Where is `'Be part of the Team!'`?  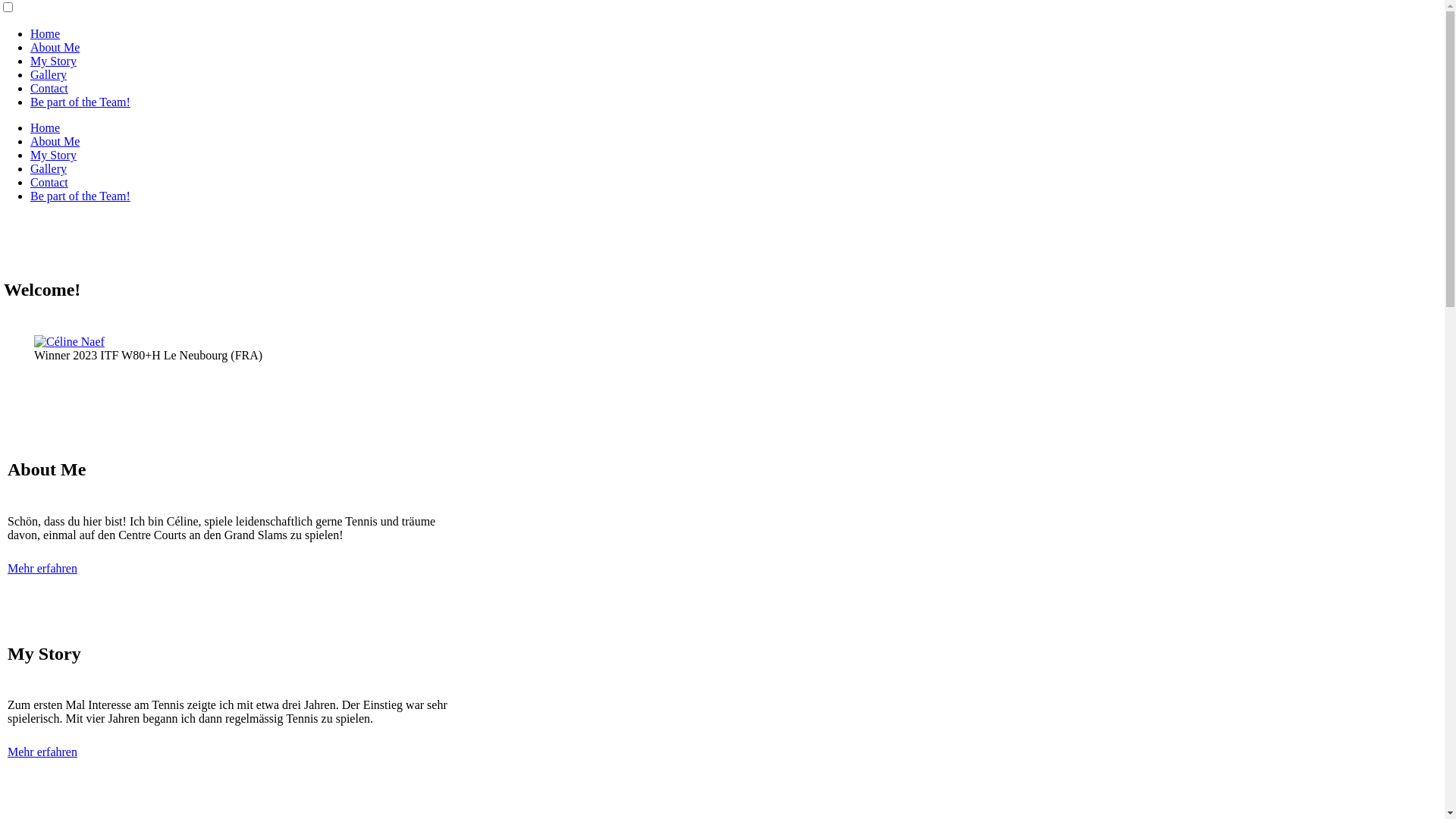 'Be part of the Team!' is located at coordinates (79, 102).